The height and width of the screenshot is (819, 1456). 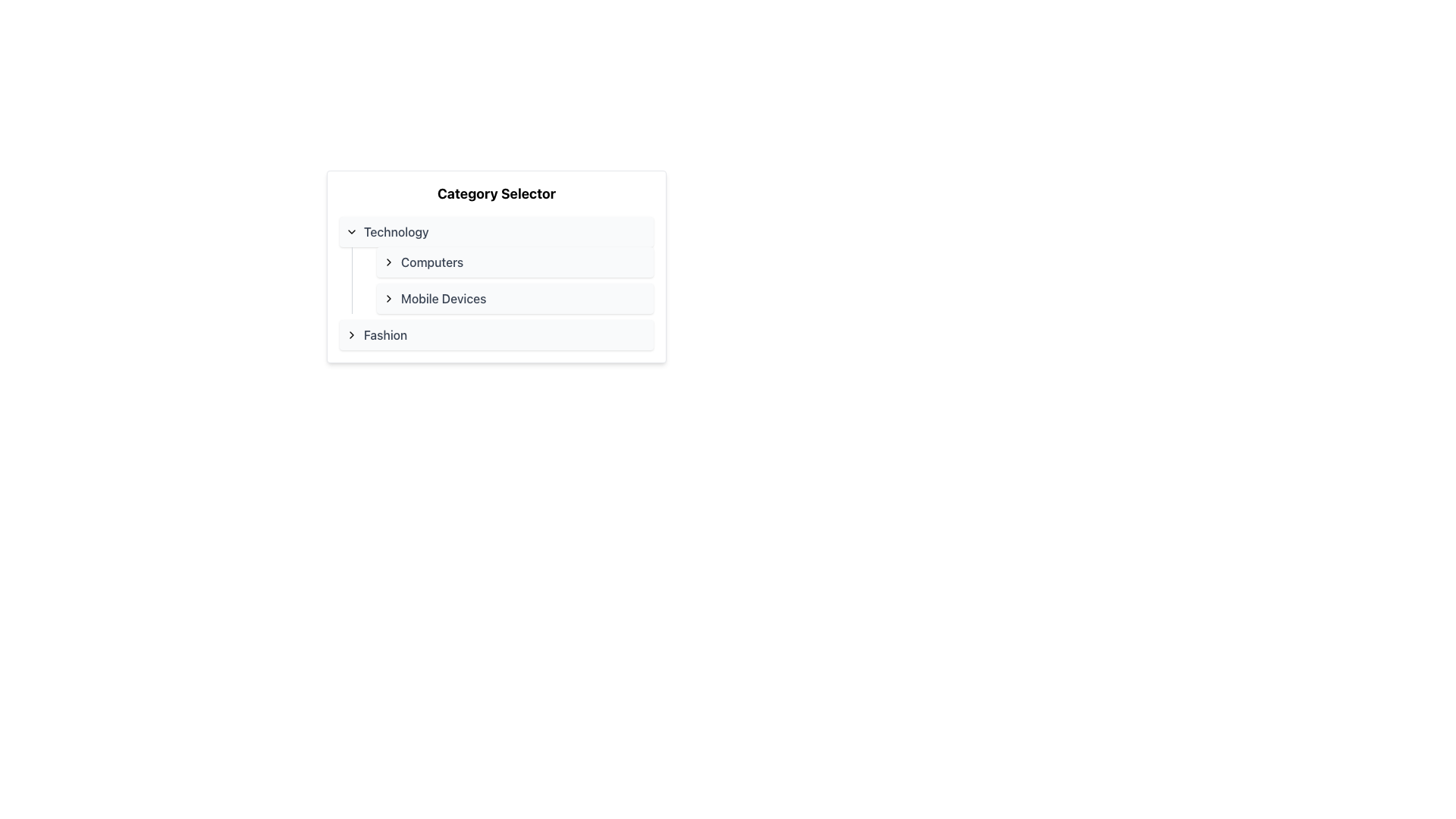 What do you see at coordinates (389, 298) in the screenshot?
I see `the chevron icon on the leftmost part of the 'Mobile Devices' option row in the 'Category Selector' menu` at bounding box center [389, 298].